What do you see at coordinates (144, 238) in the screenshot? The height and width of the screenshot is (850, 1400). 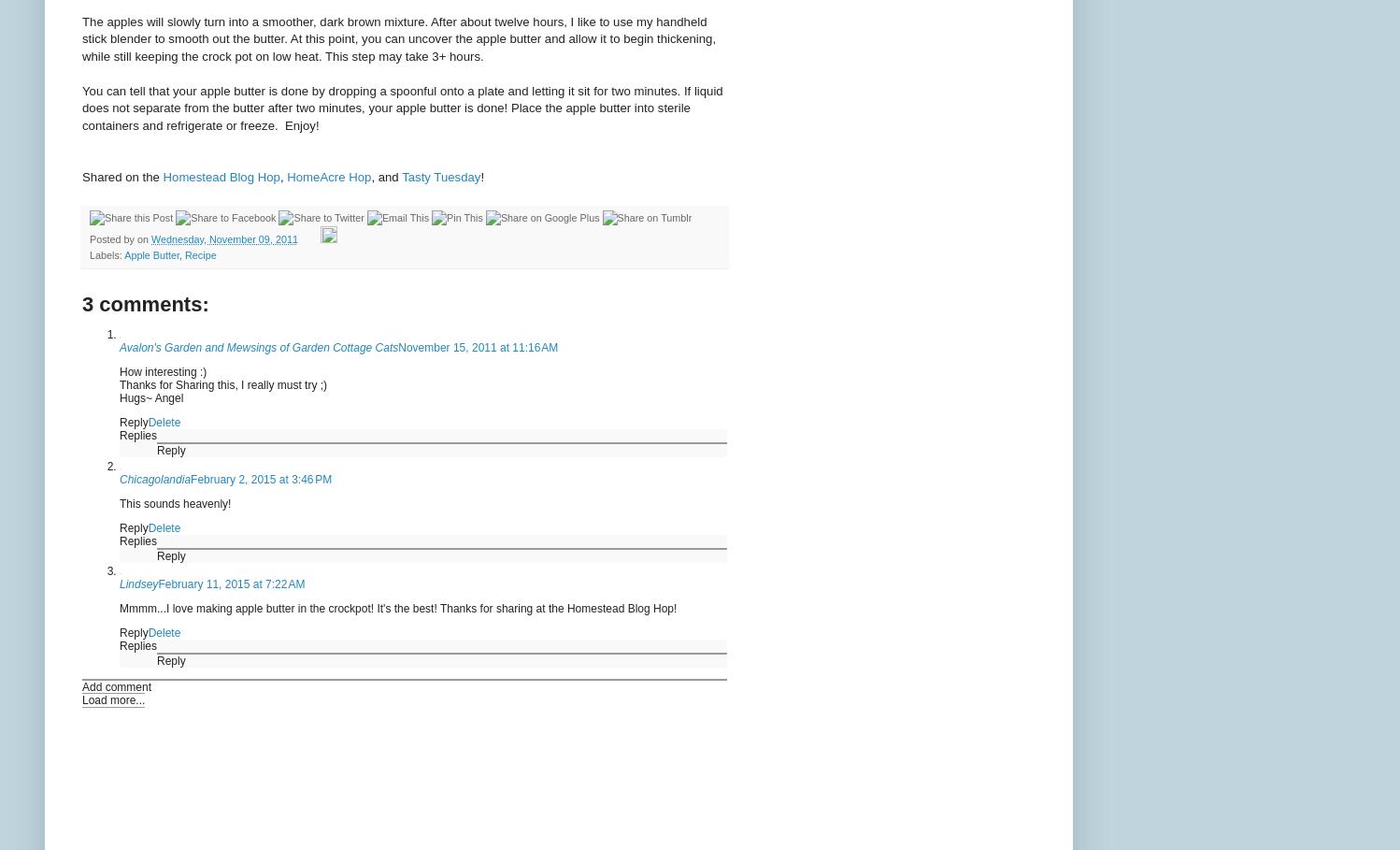 I see `'on'` at bounding box center [144, 238].